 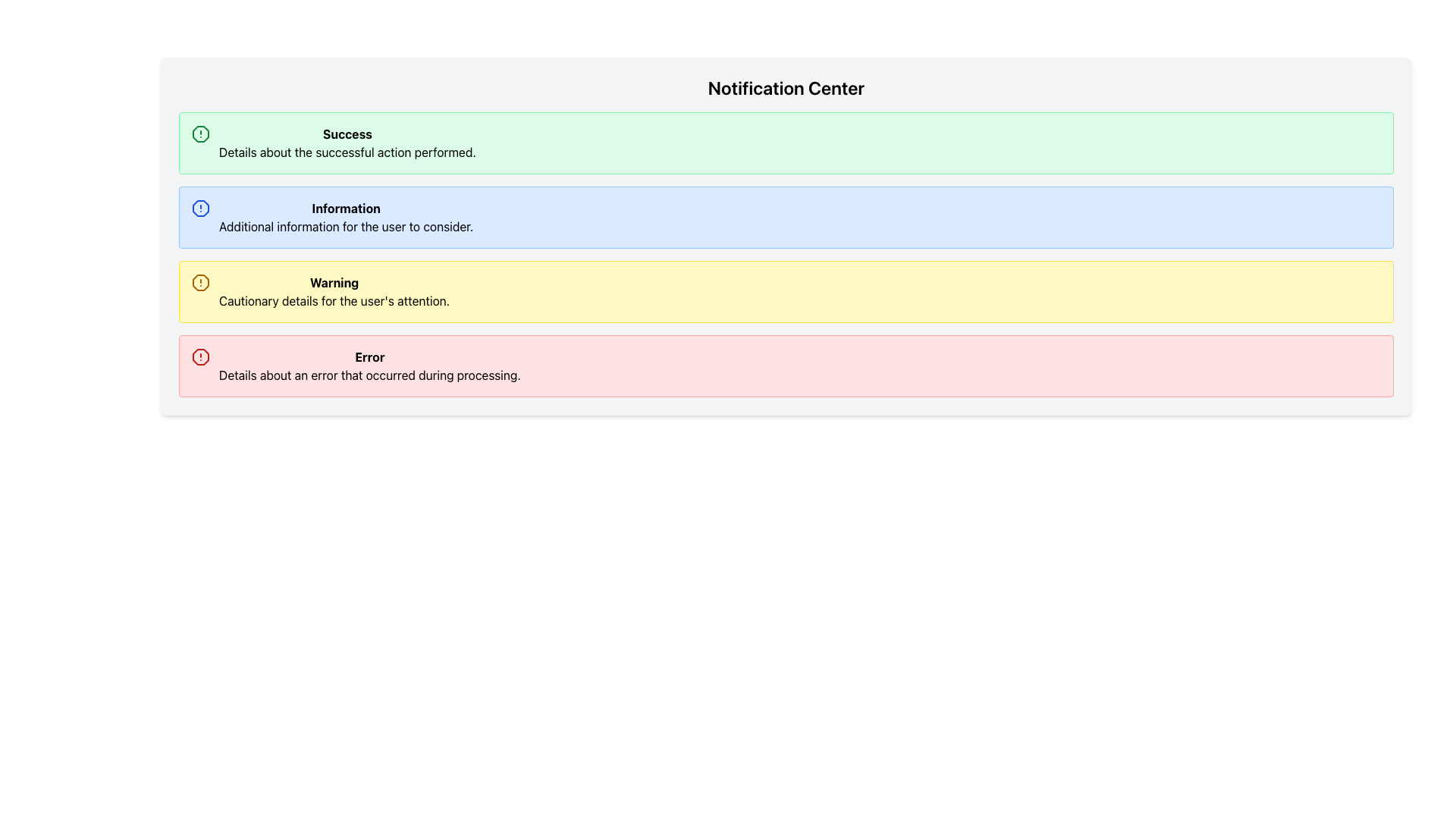 I want to click on the textual phrase 'Cautionary details for the user's attention.' displayed in black text on a yellow background, located directly below the bolded 'Warning' label, so click(x=334, y=301).